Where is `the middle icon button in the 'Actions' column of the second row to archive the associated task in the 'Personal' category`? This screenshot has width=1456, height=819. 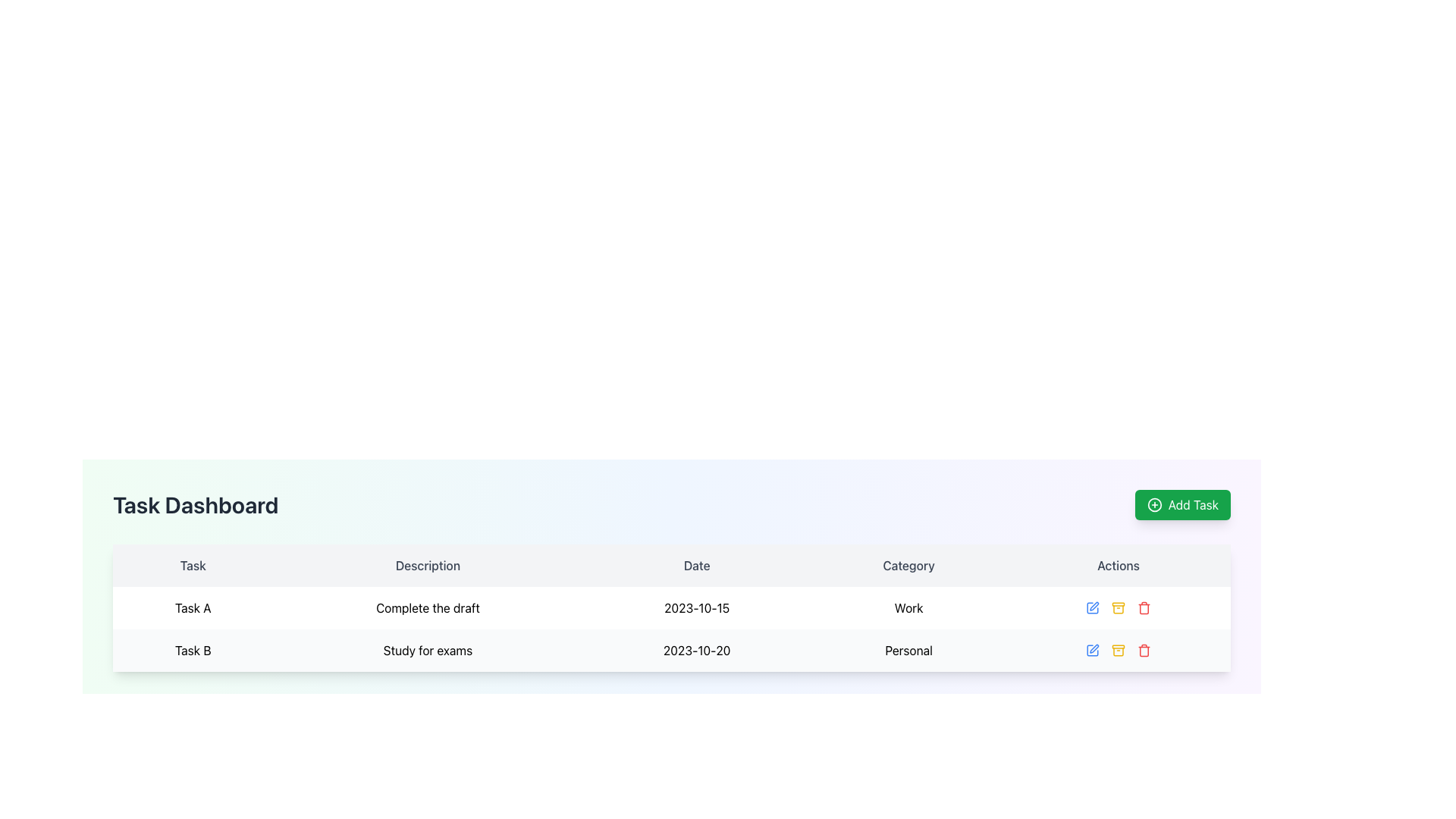
the middle icon button in the 'Actions' column of the second row to archive the associated task in the 'Personal' category is located at coordinates (1119, 649).